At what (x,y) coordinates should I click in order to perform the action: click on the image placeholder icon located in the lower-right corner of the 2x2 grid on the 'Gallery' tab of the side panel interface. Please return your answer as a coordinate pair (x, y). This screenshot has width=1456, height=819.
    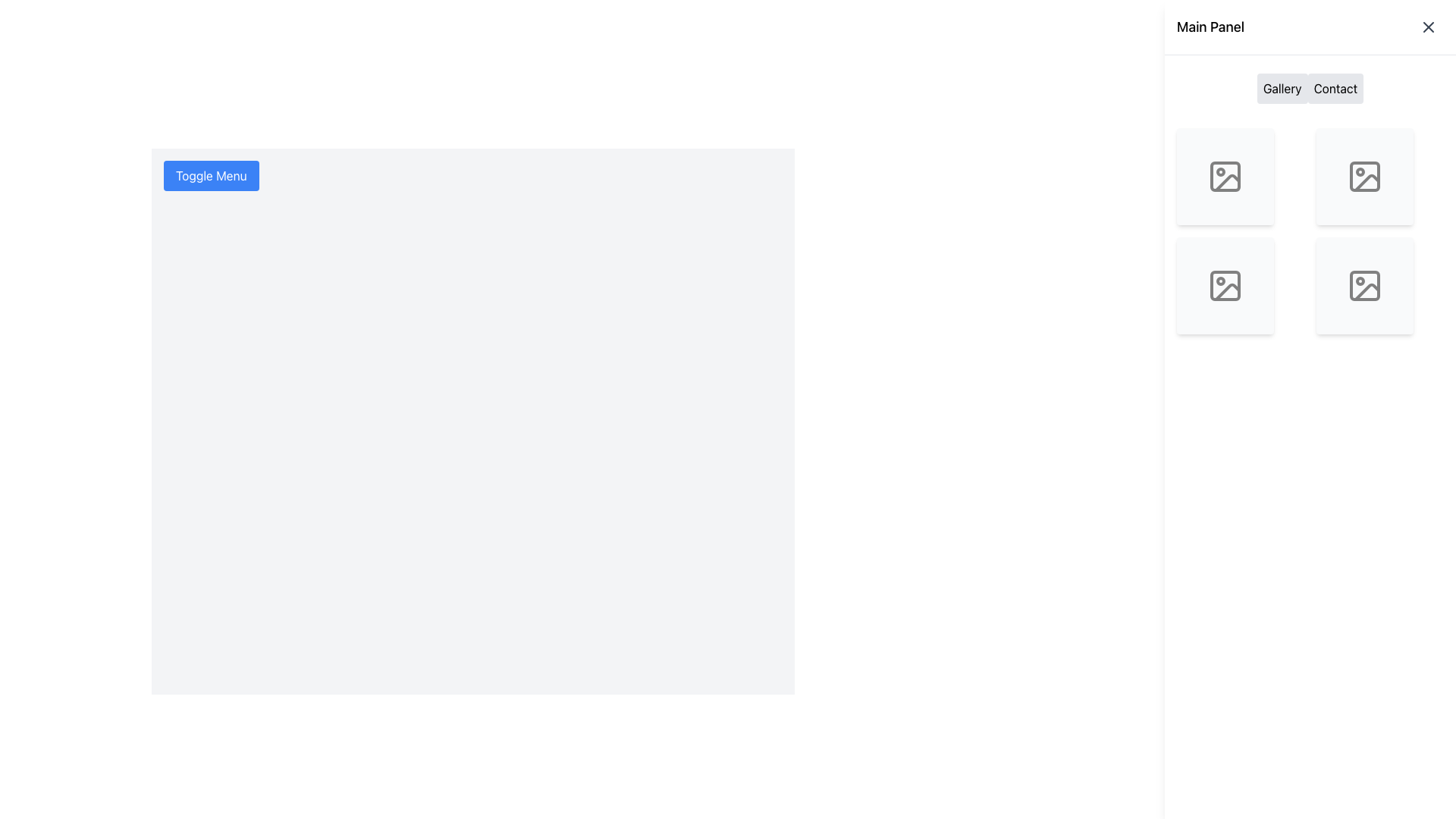
    Looking at the image, I should click on (1365, 286).